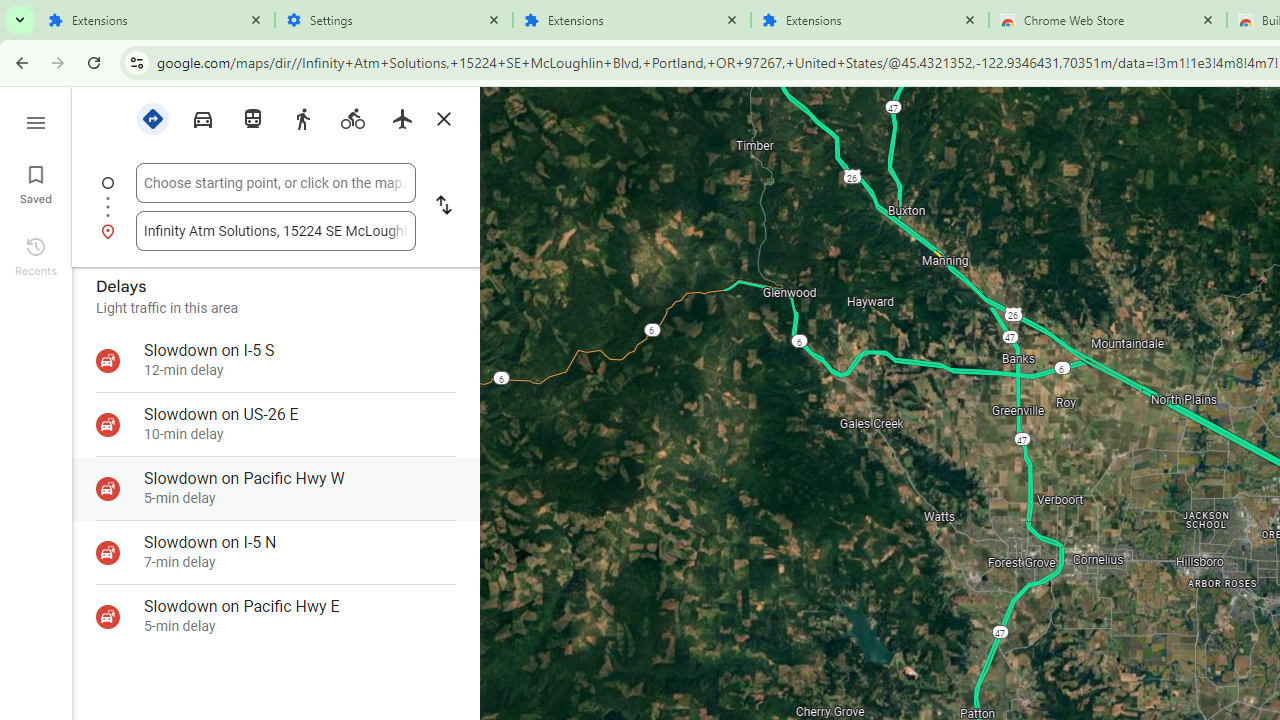 The image size is (1280, 720). Describe the element at coordinates (394, 20) in the screenshot. I see `'Settings'` at that location.